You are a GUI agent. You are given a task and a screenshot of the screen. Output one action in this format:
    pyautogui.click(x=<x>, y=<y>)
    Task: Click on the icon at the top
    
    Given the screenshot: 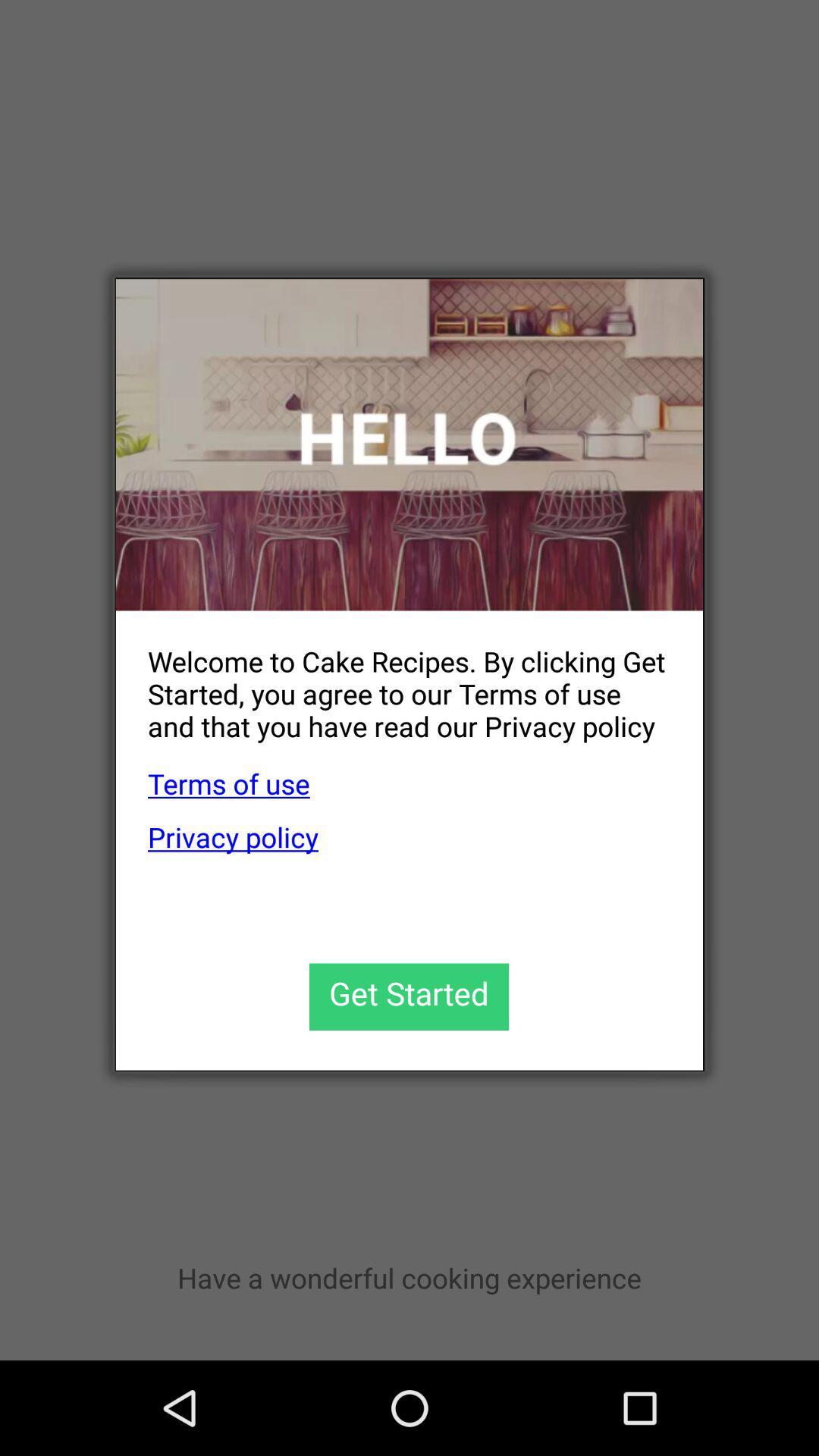 What is the action you would take?
    pyautogui.click(x=409, y=444)
    